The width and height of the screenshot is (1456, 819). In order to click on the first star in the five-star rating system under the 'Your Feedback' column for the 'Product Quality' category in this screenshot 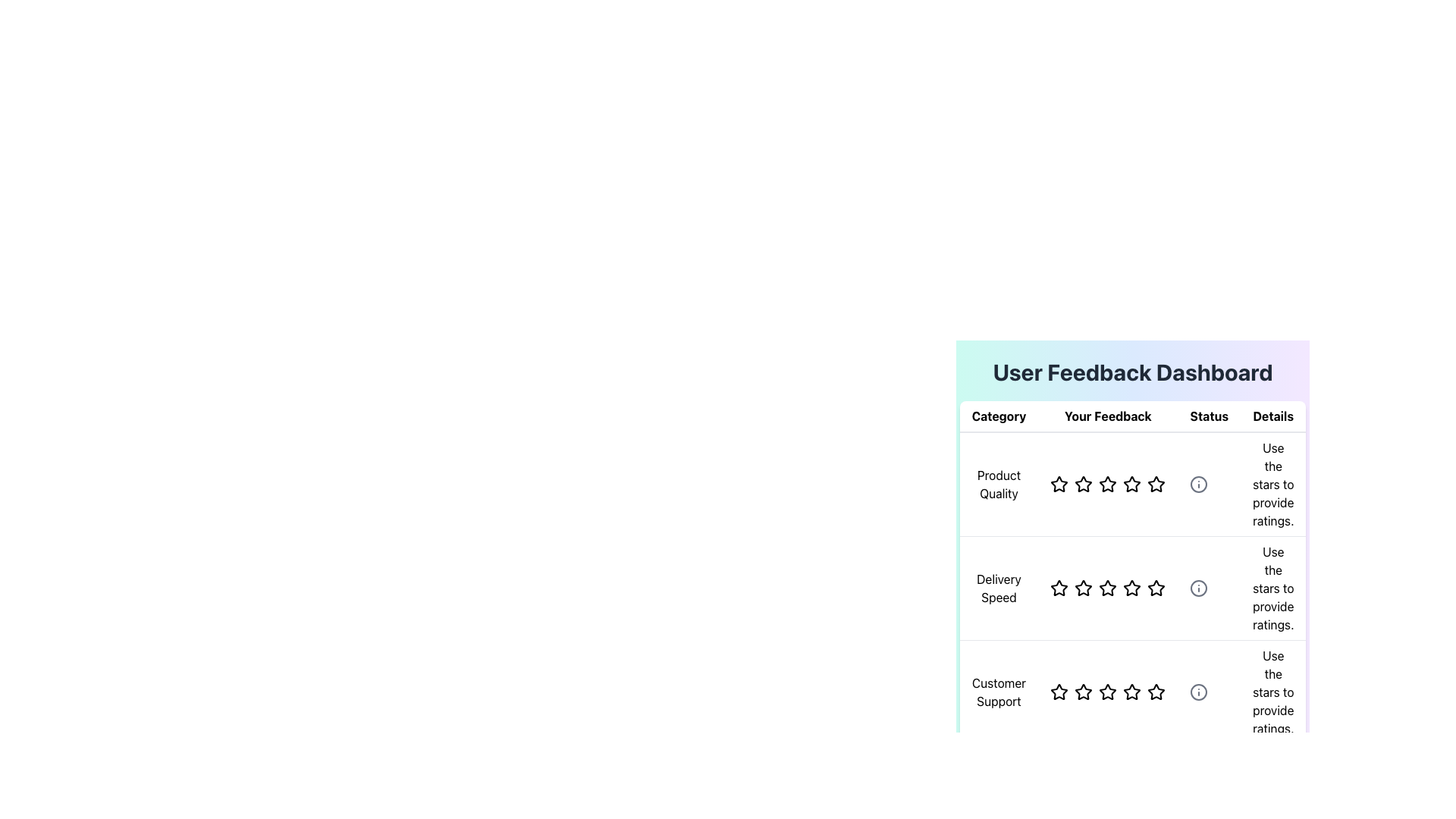, I will do `click(1059, 484)`.